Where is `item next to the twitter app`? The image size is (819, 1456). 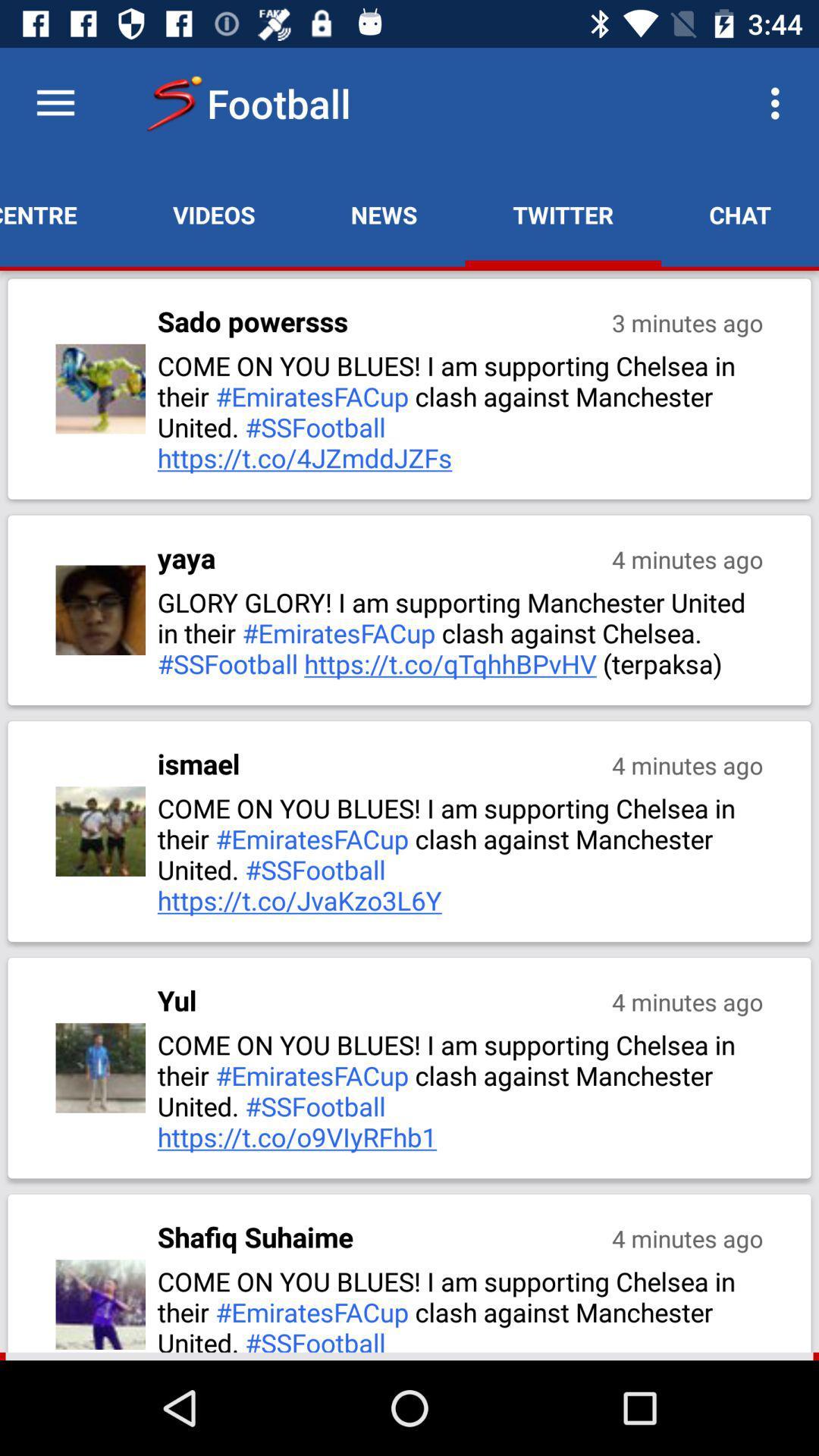 item next to the twitter app is located at coordinates (383, 214).